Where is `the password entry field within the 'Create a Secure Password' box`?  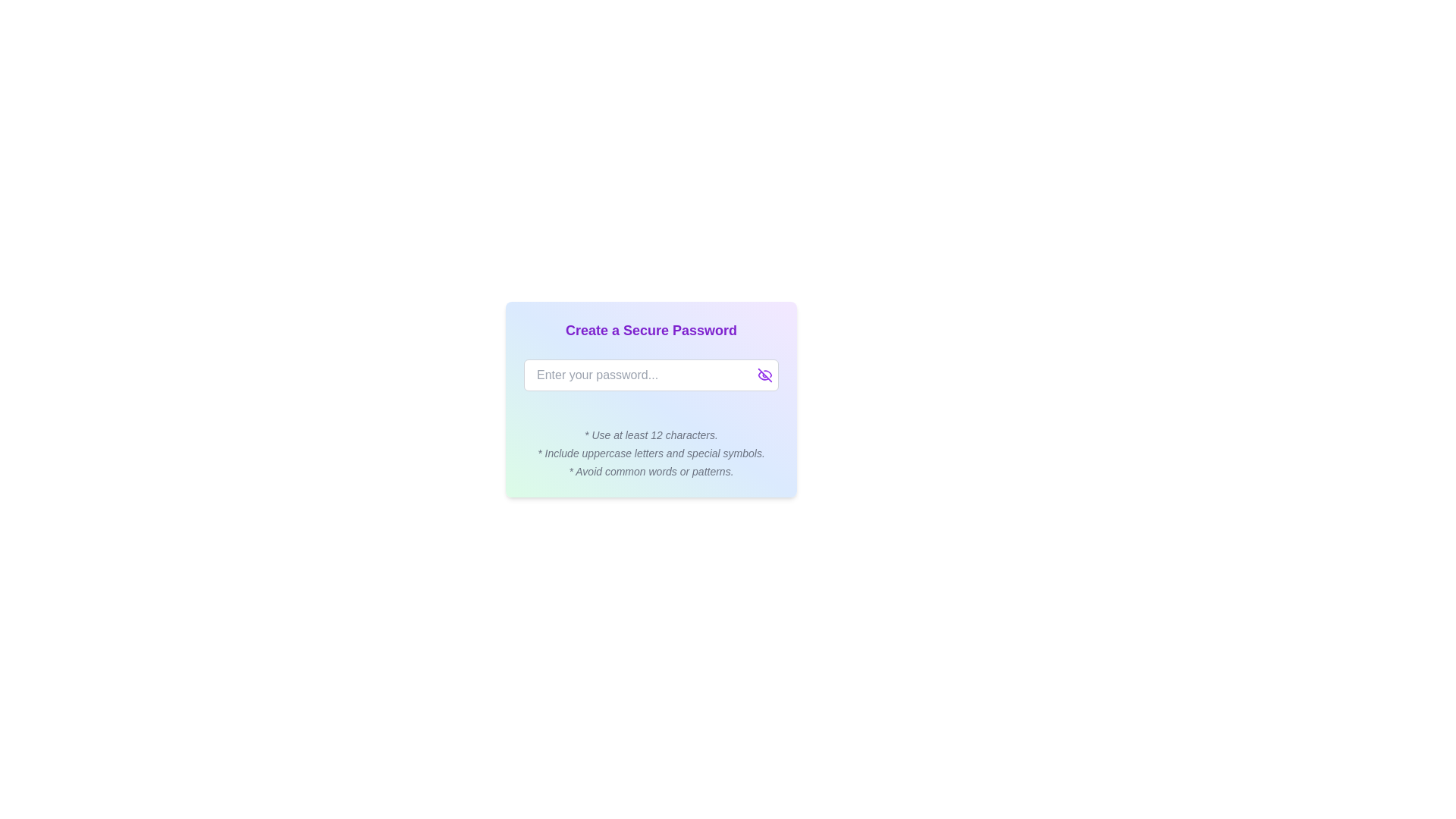 the password entry field within the 'Create a Secure Password' box is located at coordinates (651, 375).